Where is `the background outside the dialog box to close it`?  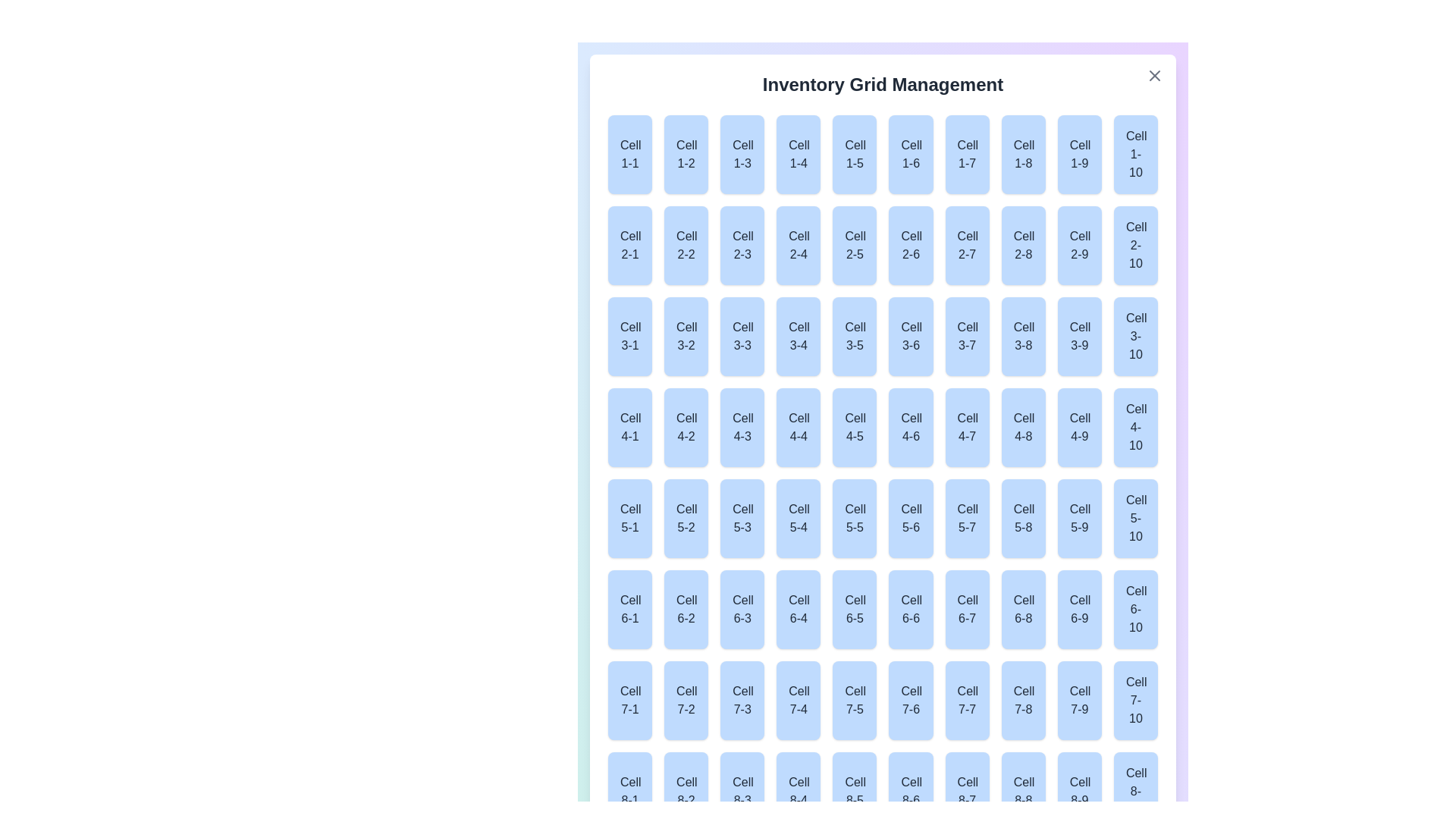
the background outside the dialog box to close it is located at coordinates (378, 378).